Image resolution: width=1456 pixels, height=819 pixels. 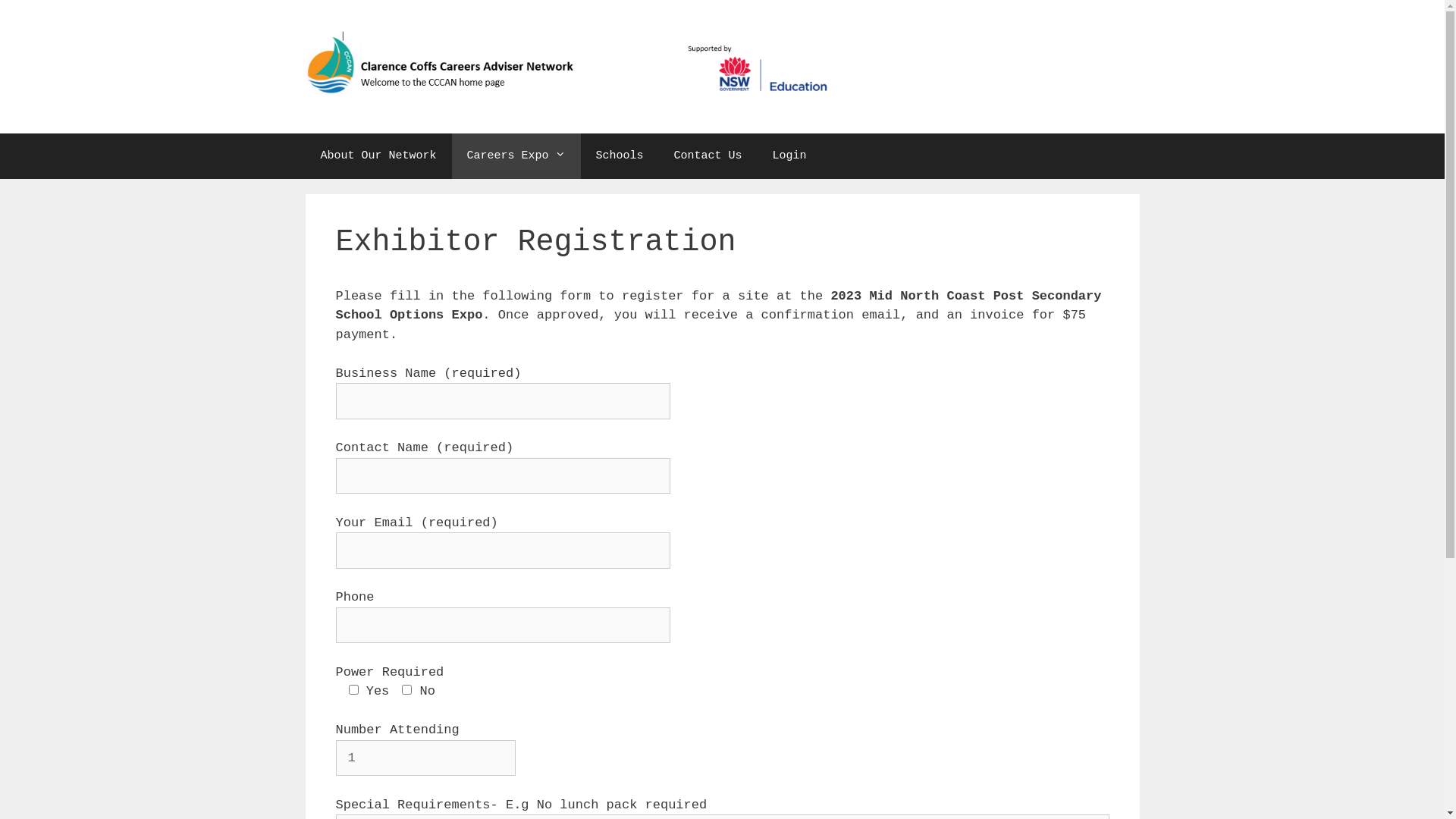 What do you see at coordinates (378, 155) in the screenshot?
I see `'About Our Network'` at bounding box center [378, 155].